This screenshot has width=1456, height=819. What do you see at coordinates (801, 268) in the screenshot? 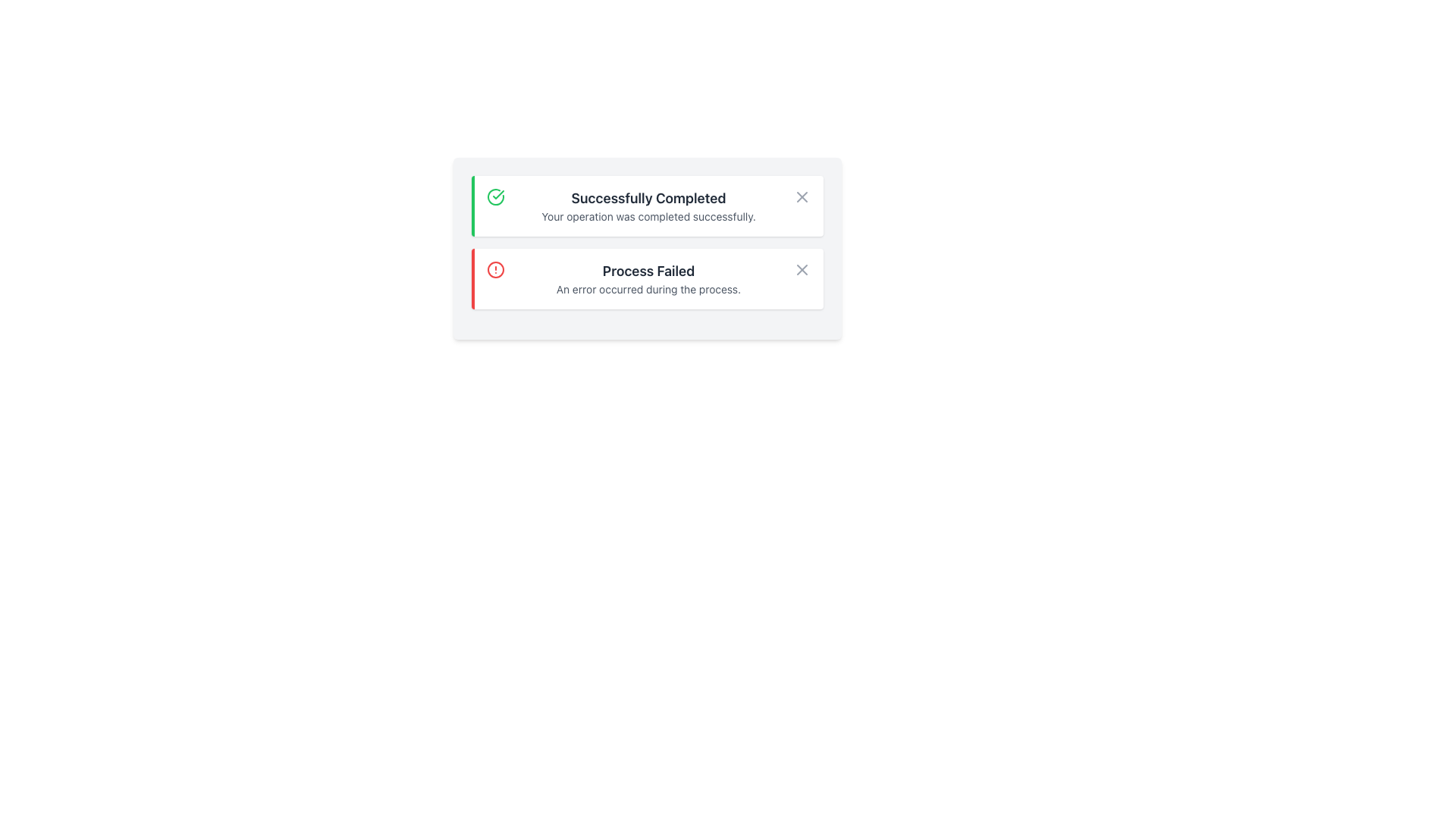
I see `the graphical icon located in the top-right region of the notification box, which serves as a visual cue for closing or dismissing the notification` at bounding box center [801, 268].